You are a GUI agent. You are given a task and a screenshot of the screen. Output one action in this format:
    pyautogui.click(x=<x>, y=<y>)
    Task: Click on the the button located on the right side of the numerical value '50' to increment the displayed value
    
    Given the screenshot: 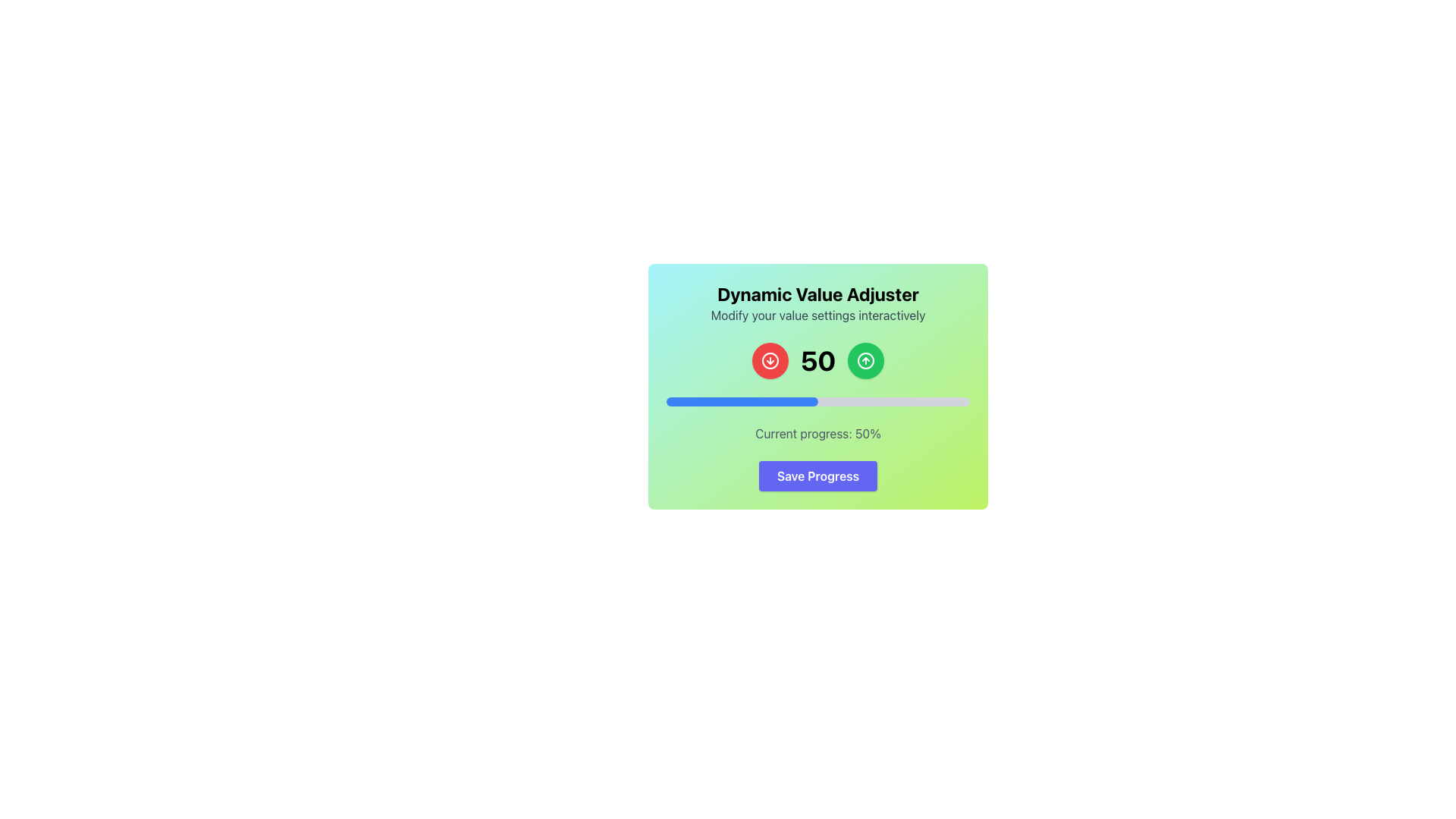 What is the action you would take?
    pyautogui.click(x=866, y=360)
    